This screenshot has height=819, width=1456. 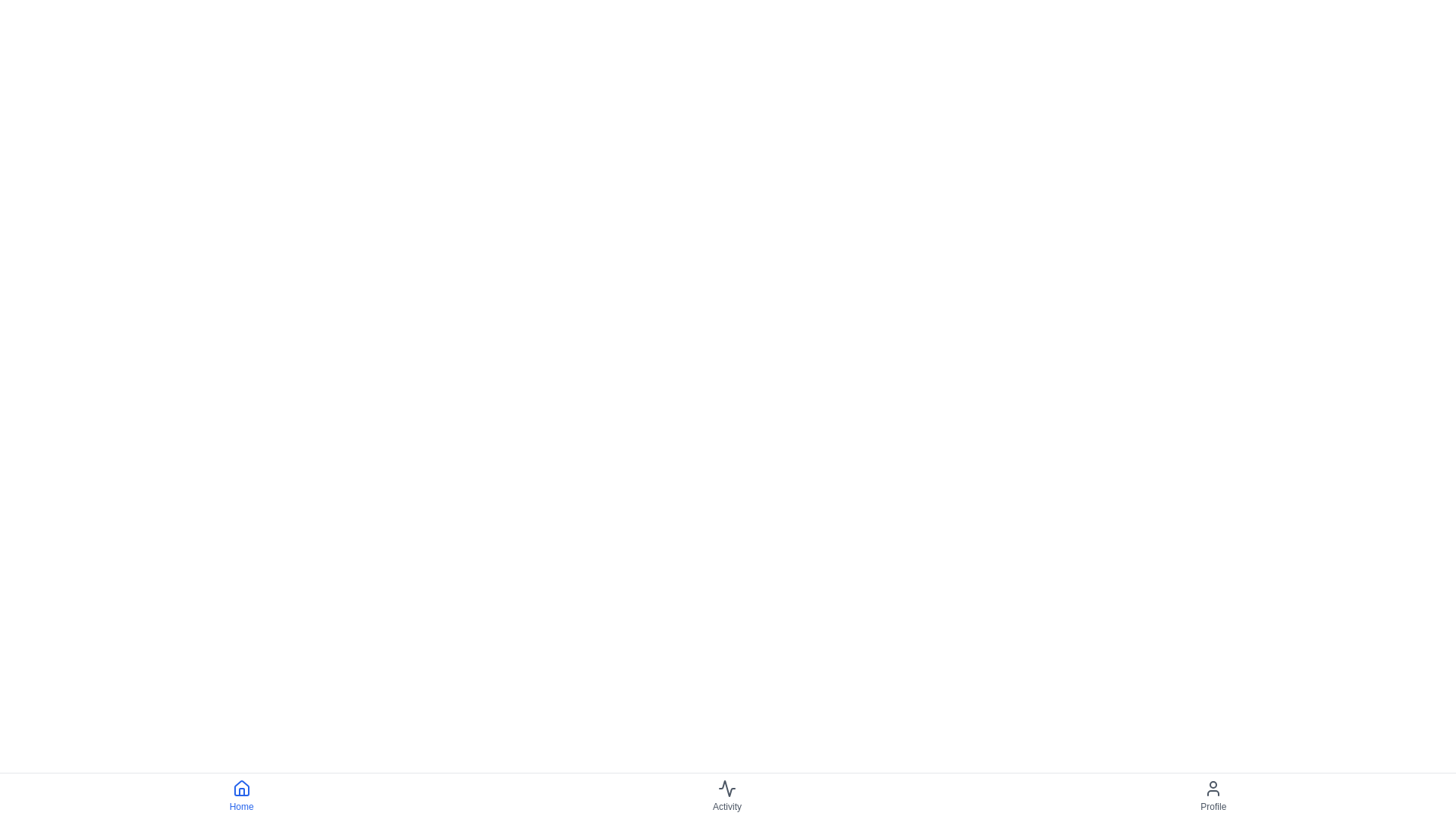 I want to click on the 'Activity' button to navigate to the Activity section, so click(x=726, y=795).